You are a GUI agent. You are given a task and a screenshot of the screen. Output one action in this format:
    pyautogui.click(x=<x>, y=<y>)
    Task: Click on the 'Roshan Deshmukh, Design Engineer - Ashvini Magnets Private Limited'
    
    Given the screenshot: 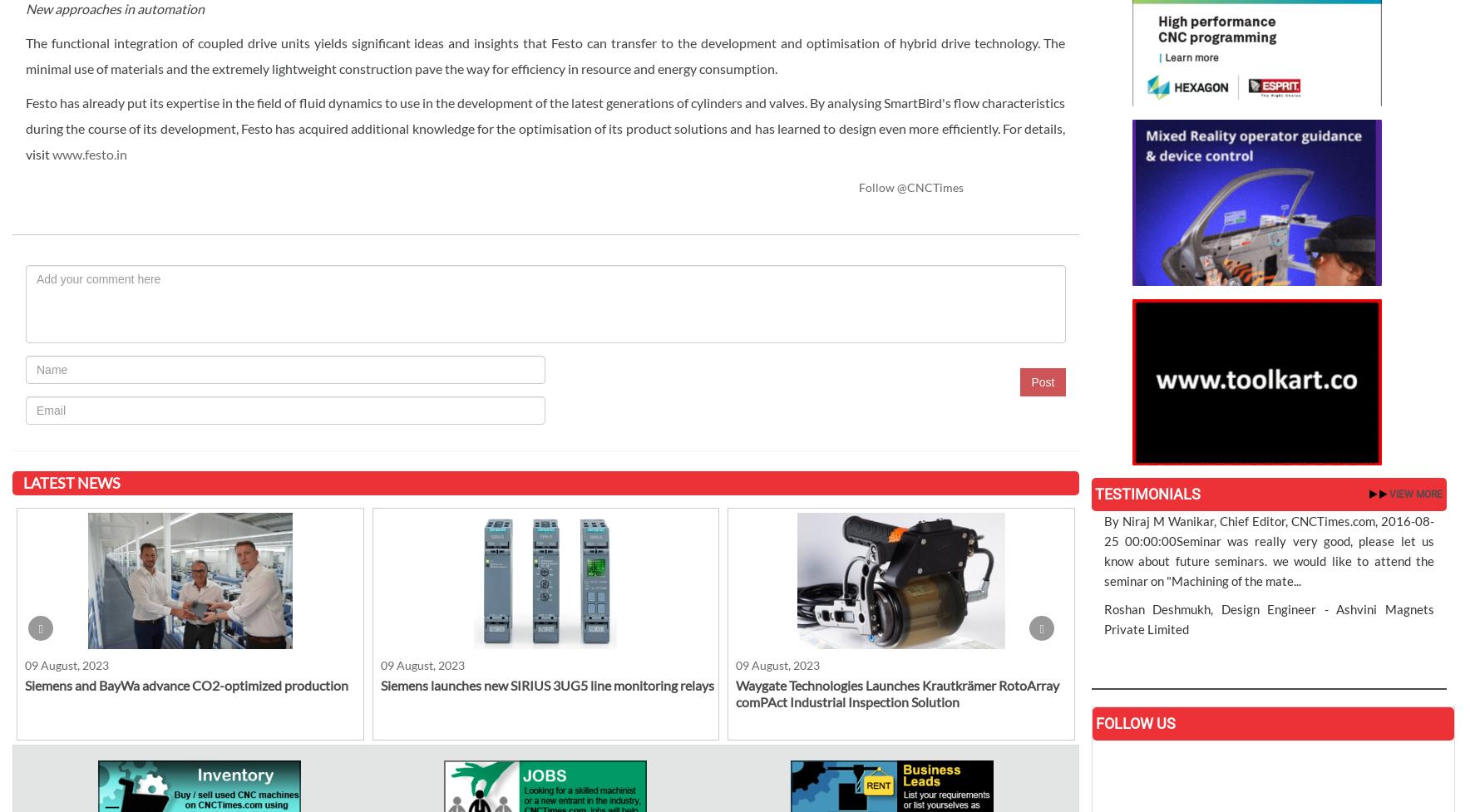 What is the action you would take?
    pyautogui.click(x=1268, y=618)
    